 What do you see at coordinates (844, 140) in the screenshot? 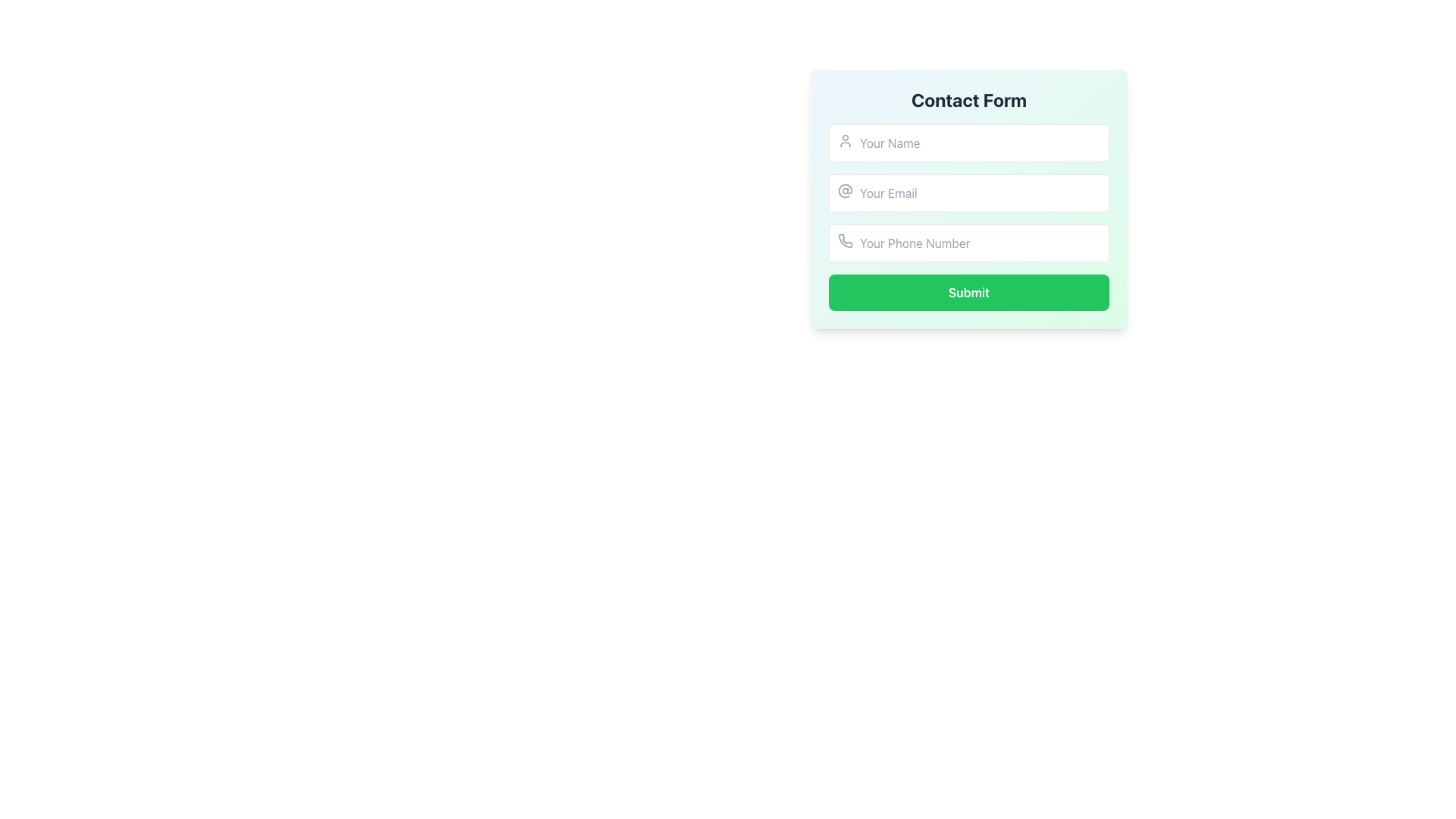
I see `the icon representing the user or name input field, which is positioned in the upper left corner of the 'Your Name' input field in the contact form` at bounding box center [844, 140].